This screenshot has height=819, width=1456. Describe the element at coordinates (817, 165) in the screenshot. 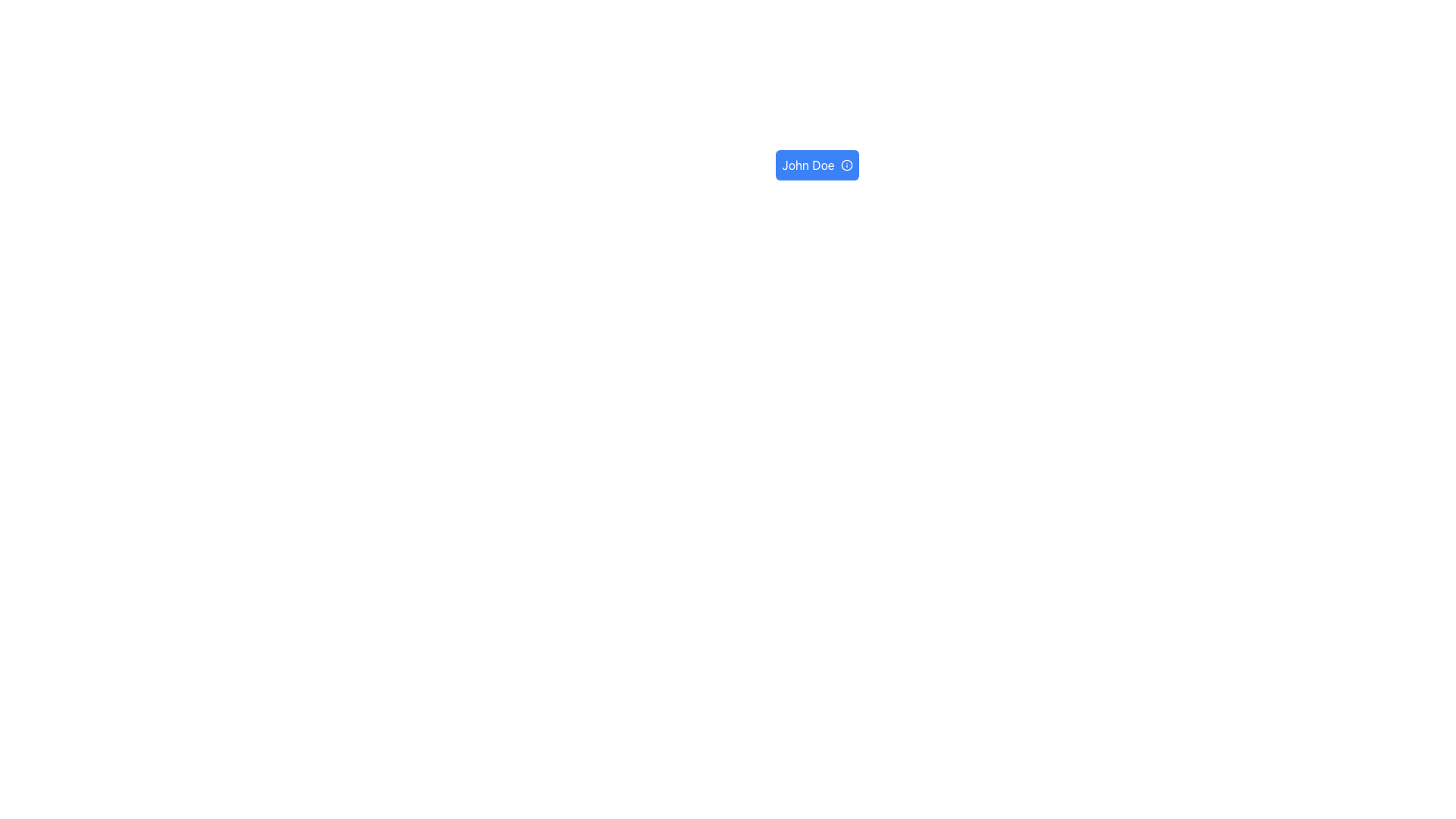

I see `the button displaying 'John Doe' with the information icon` at that location.